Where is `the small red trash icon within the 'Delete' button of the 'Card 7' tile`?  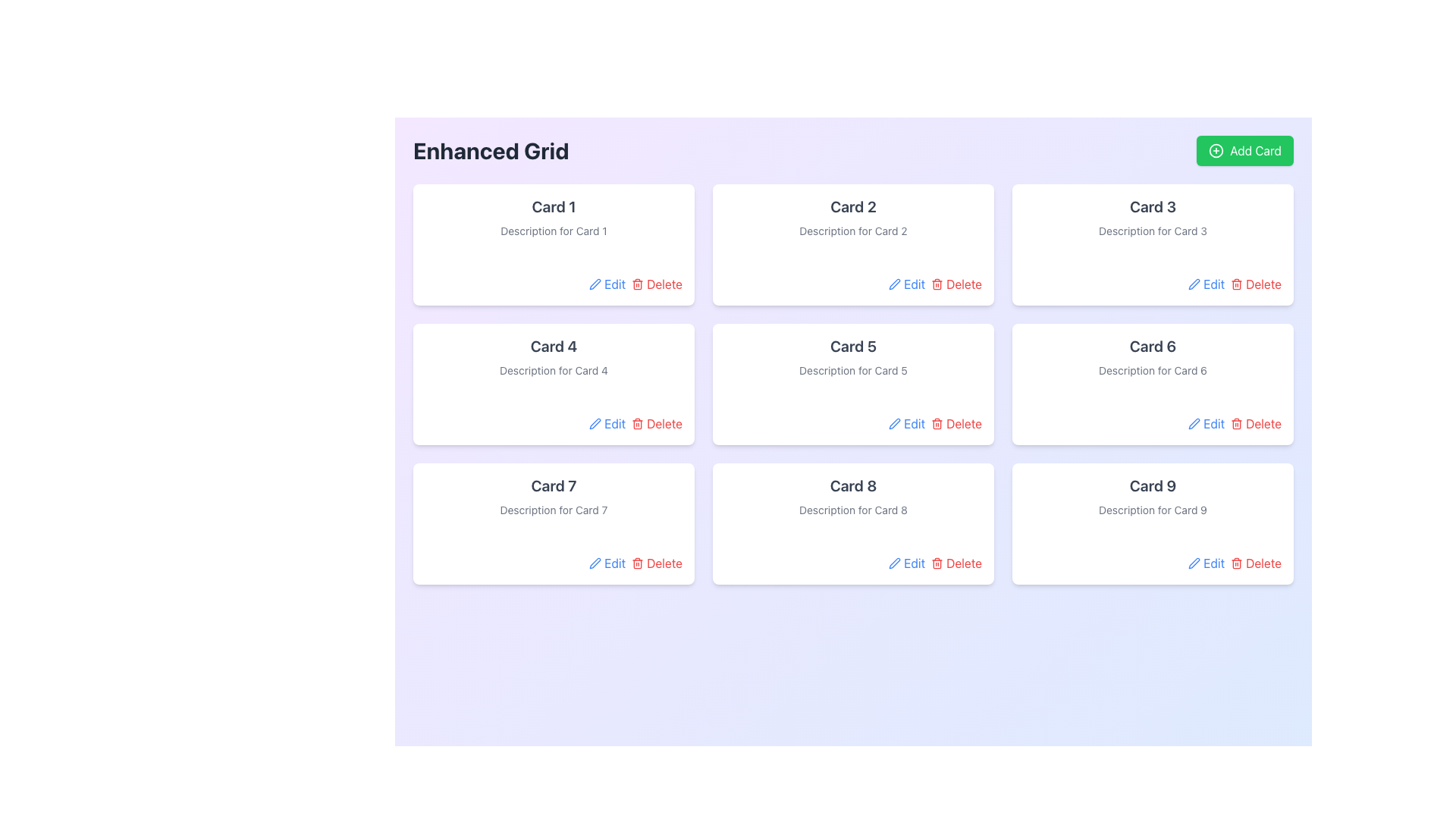 the small red trash icon within the 'Delete' button of the 'Card 7' tile is located at coordinates (638, 563).